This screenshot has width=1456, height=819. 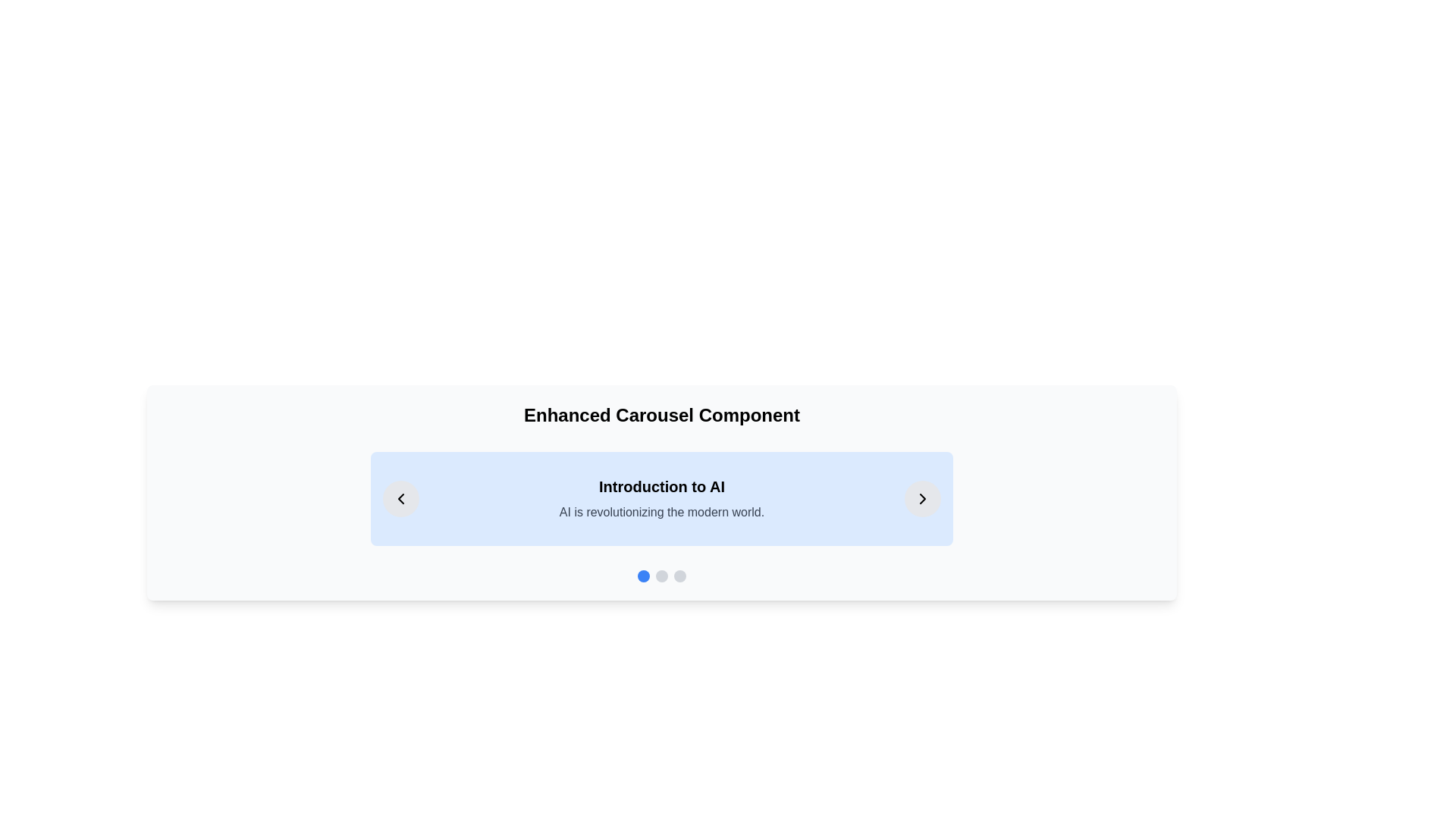 What do you see at coordinates (662, 576) in the screenshot?
I see `the second circular Indicator Dot located below the carousel's content display area` at bounding box center [662, 576].